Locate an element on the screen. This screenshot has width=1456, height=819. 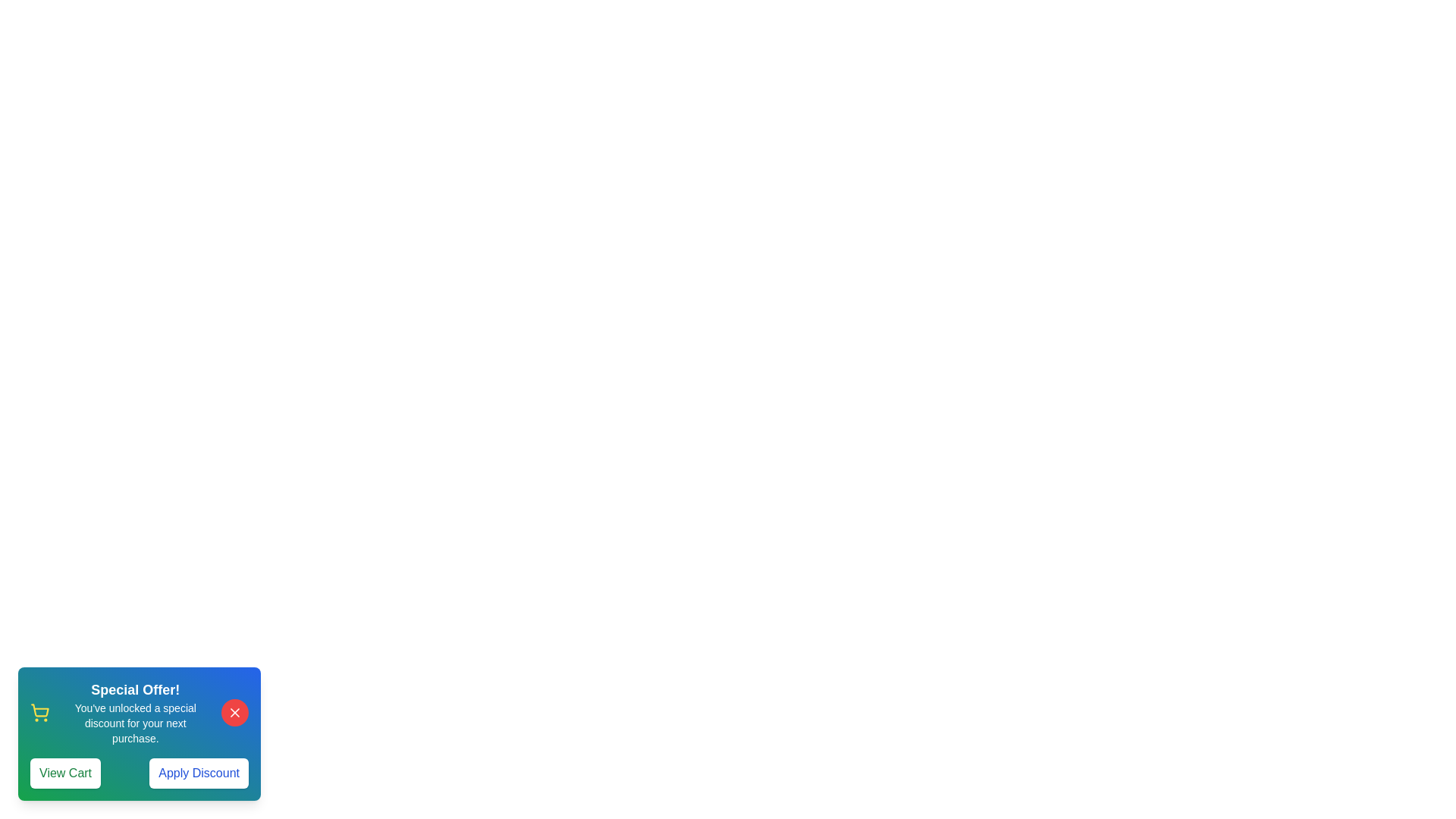
the 'Apply Discount' button to apply the discount is located at coordinates (198, 773).